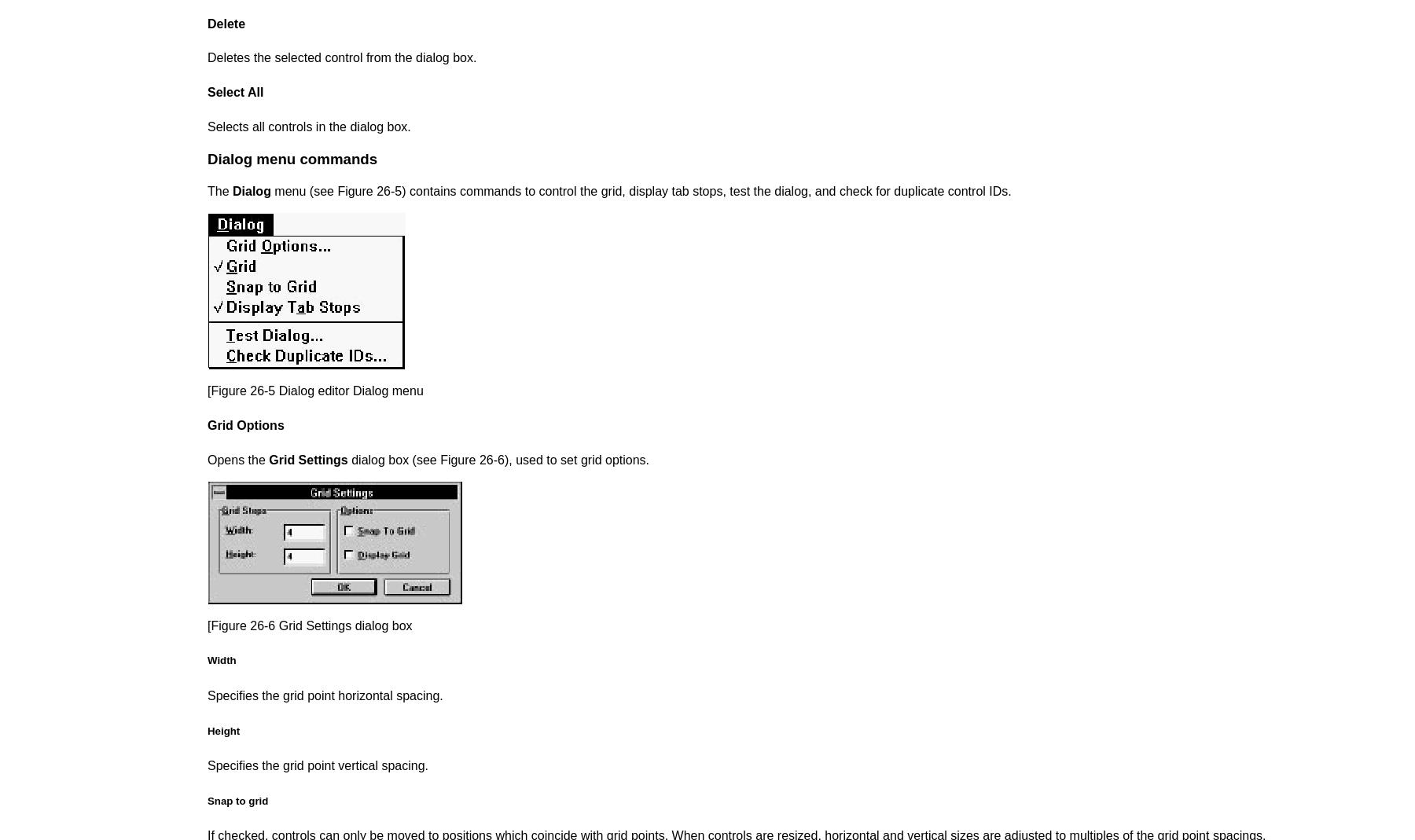 The width and height of the screenshot is (1415, 840). Describe the element at coordinates (237, 459) in the screenshot. I see `'Opens the'` at that location.